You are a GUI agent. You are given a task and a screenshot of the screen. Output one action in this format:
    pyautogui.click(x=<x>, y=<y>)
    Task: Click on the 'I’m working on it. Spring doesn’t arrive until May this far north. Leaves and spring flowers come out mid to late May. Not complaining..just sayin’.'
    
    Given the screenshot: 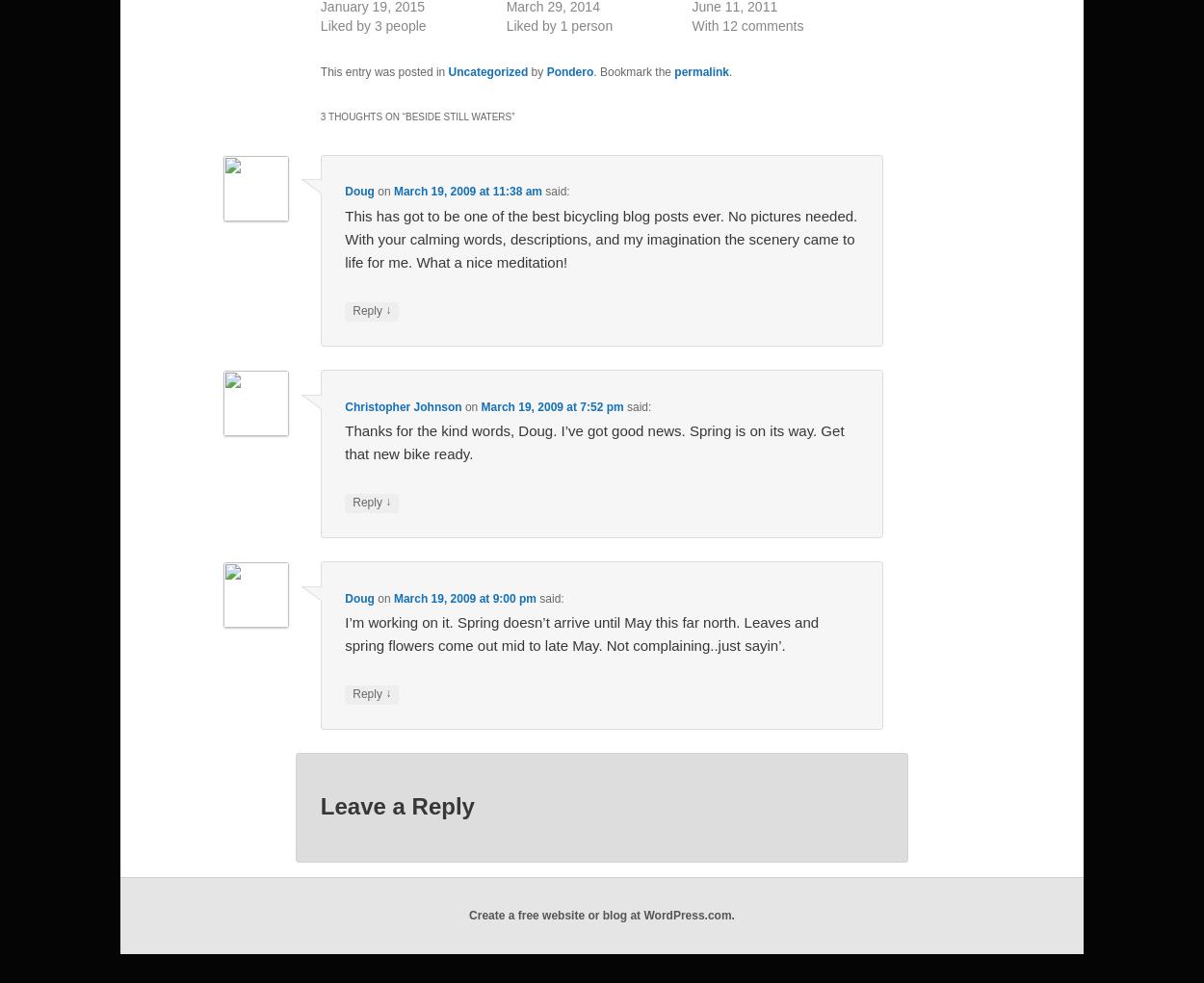 What is the action you would take?
    pyautogui.click(x=344, y=633)
    